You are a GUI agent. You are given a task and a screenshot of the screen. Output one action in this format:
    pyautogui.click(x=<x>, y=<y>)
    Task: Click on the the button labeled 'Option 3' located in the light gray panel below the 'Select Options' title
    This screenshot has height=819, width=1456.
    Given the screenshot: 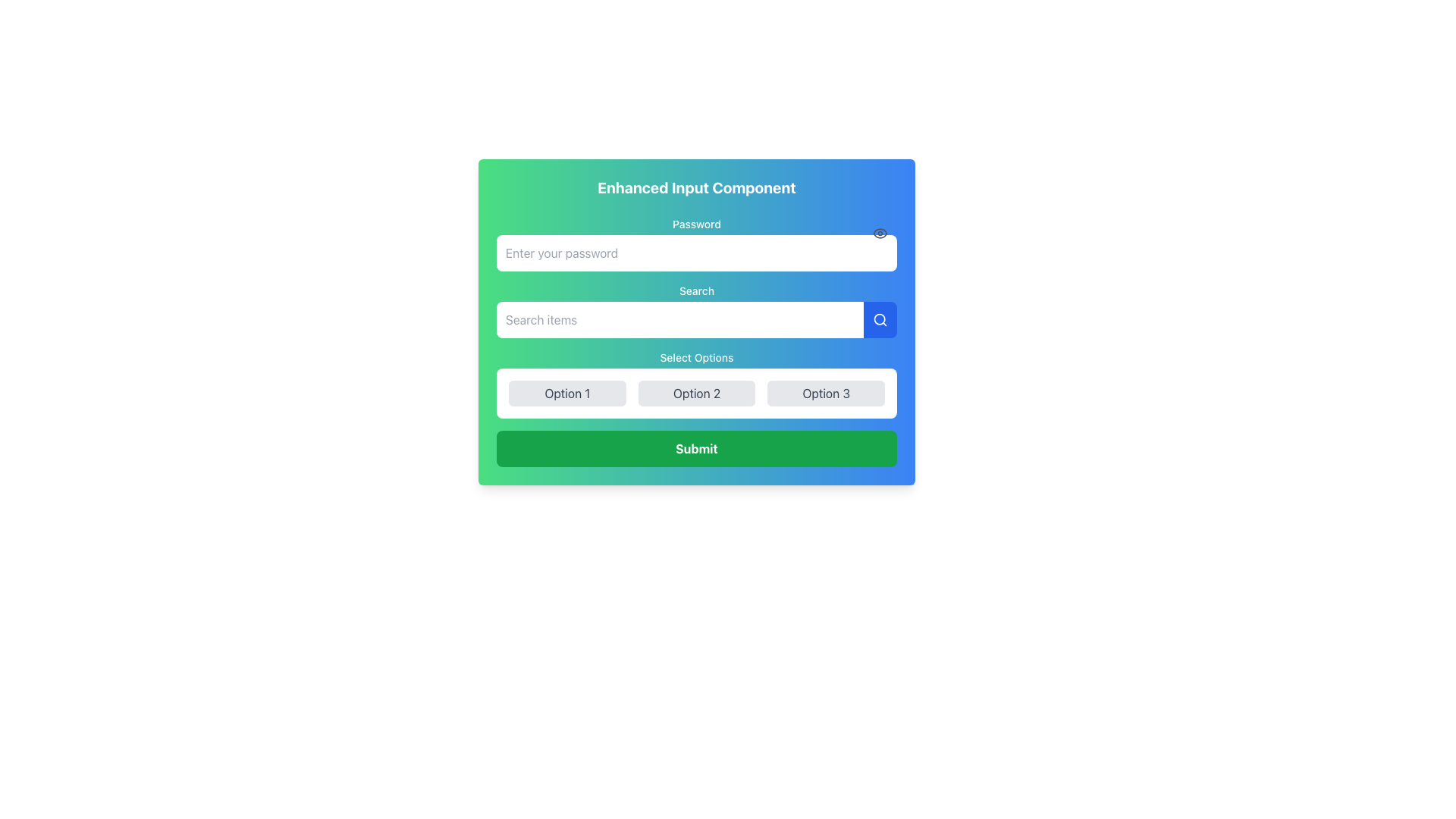 What is the action you would take?
    pyautogui.click(x=825, y=393)
    